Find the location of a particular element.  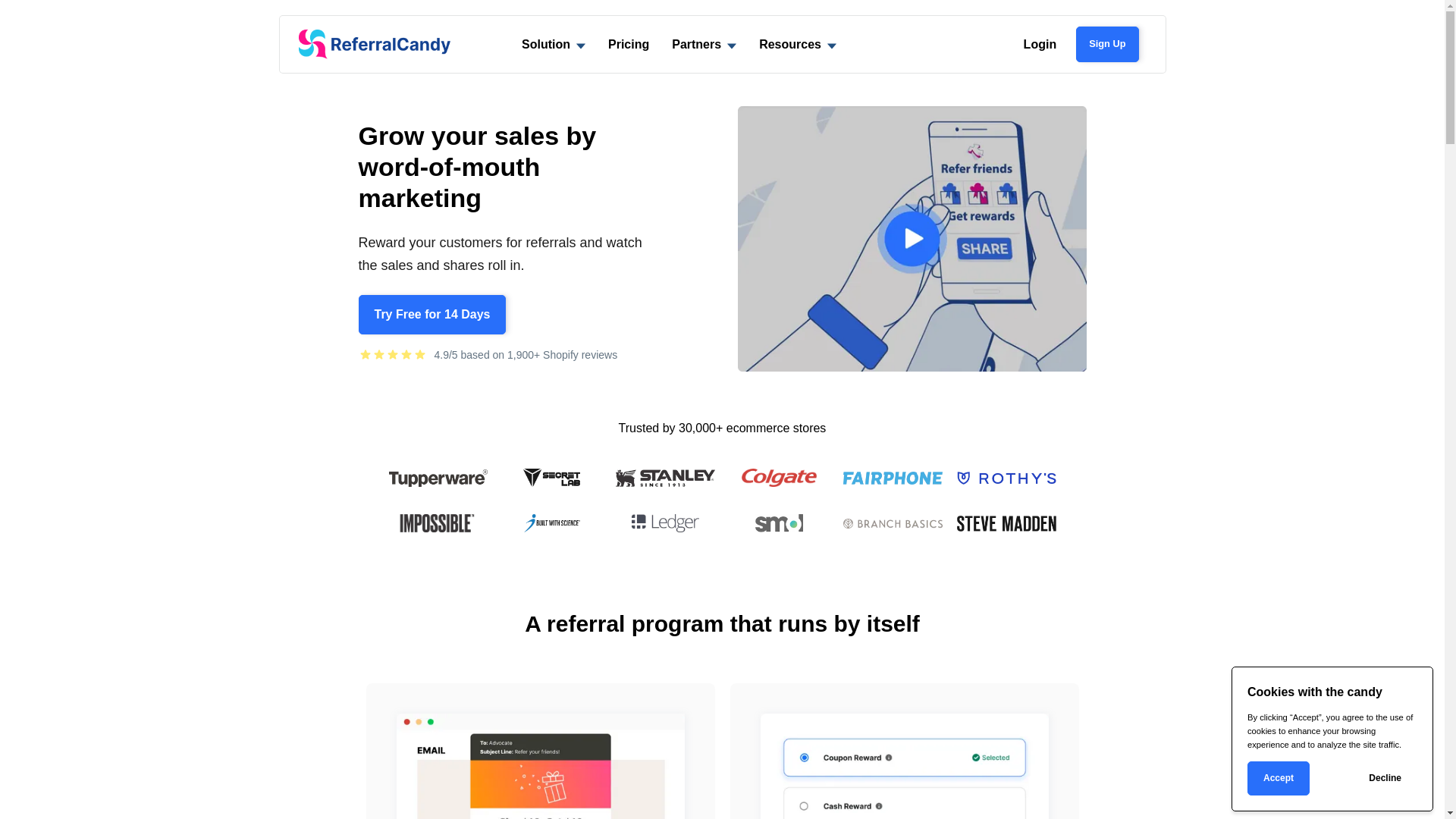

'Try Free for 14 Days' is located at coordinates (431, 314).